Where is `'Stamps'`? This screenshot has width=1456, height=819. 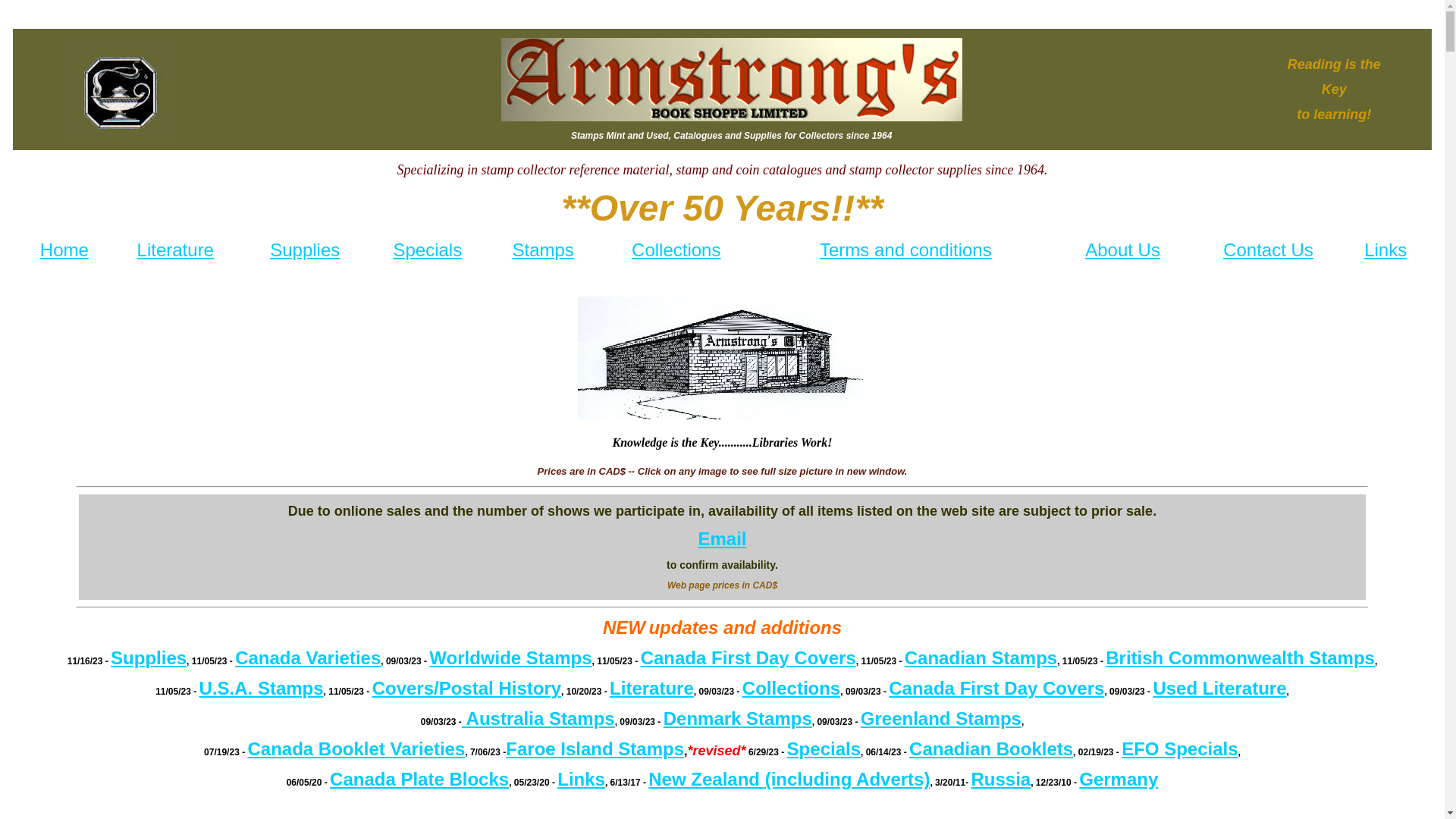
'Stamps' is located at coordinates (512, 249).